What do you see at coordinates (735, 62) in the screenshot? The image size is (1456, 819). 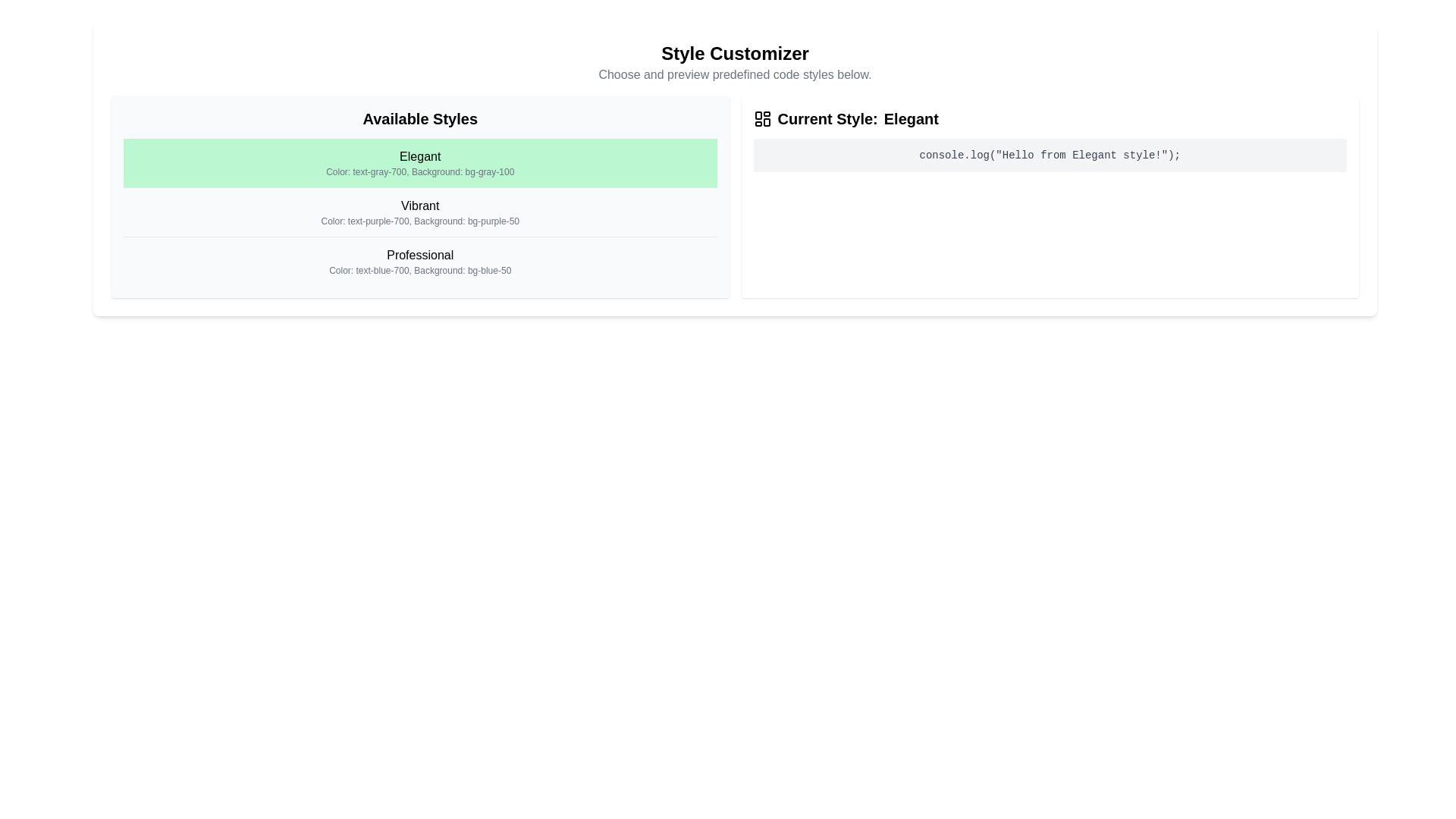 I see `the 'Style Customizer' text block that contains the title and subtitle, which is centrally aligned at the top of a card section` at bounding box center [735, 62].